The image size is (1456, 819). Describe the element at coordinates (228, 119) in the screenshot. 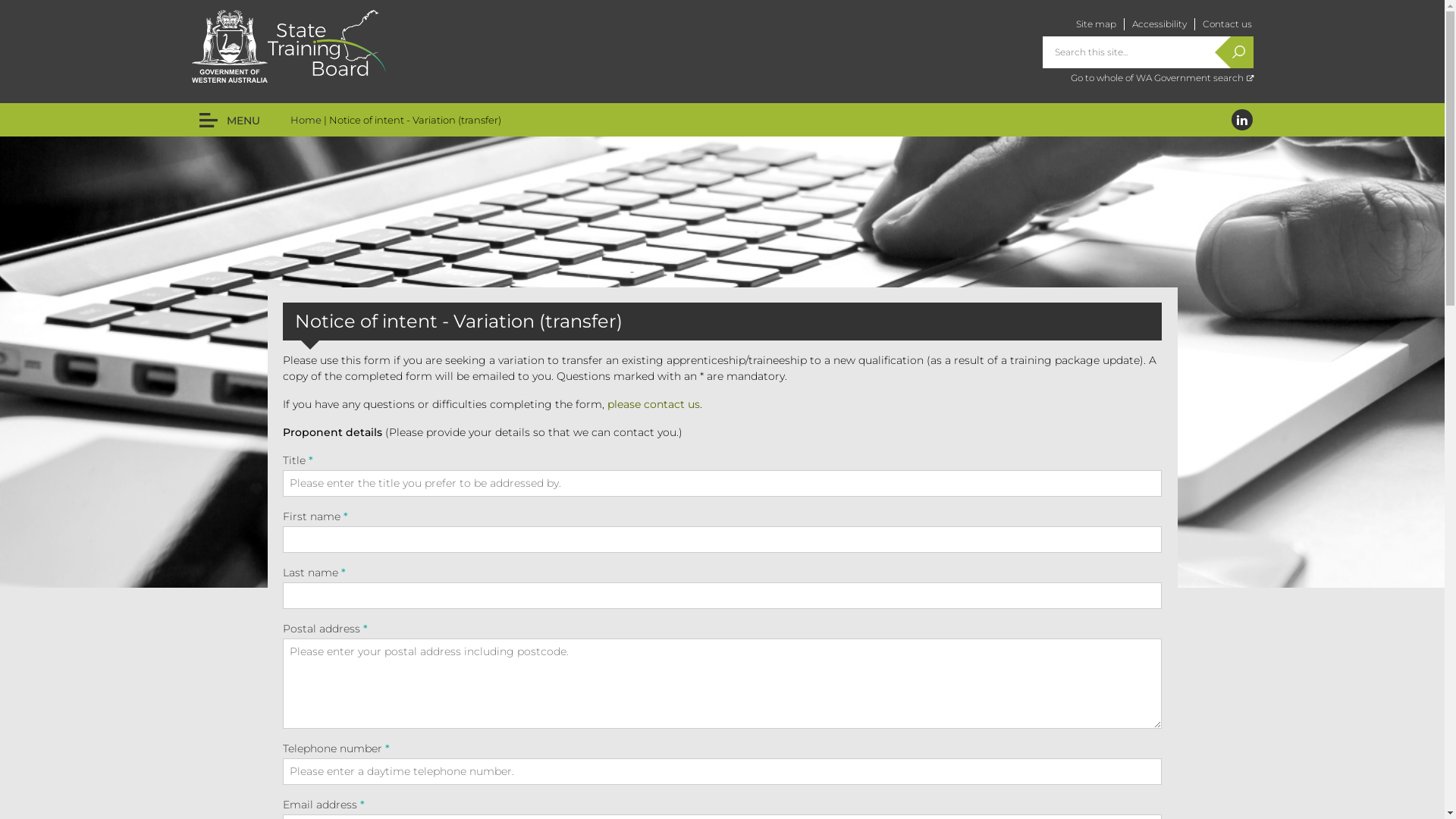

I see `'MENU'` at that location.